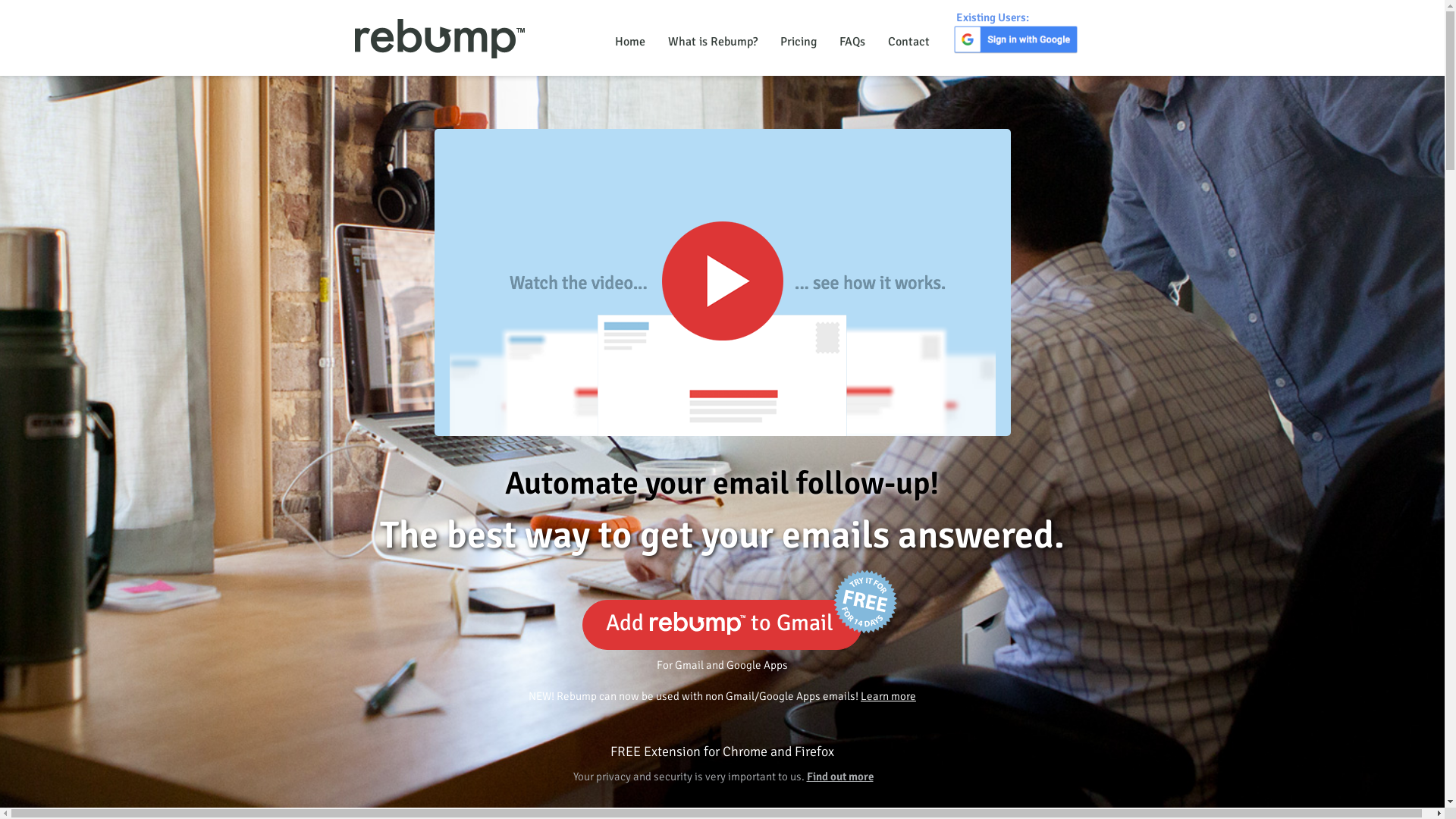 This screenshot has height=819, width=1456. I want to click on 'Pricing', so click(797, 40).